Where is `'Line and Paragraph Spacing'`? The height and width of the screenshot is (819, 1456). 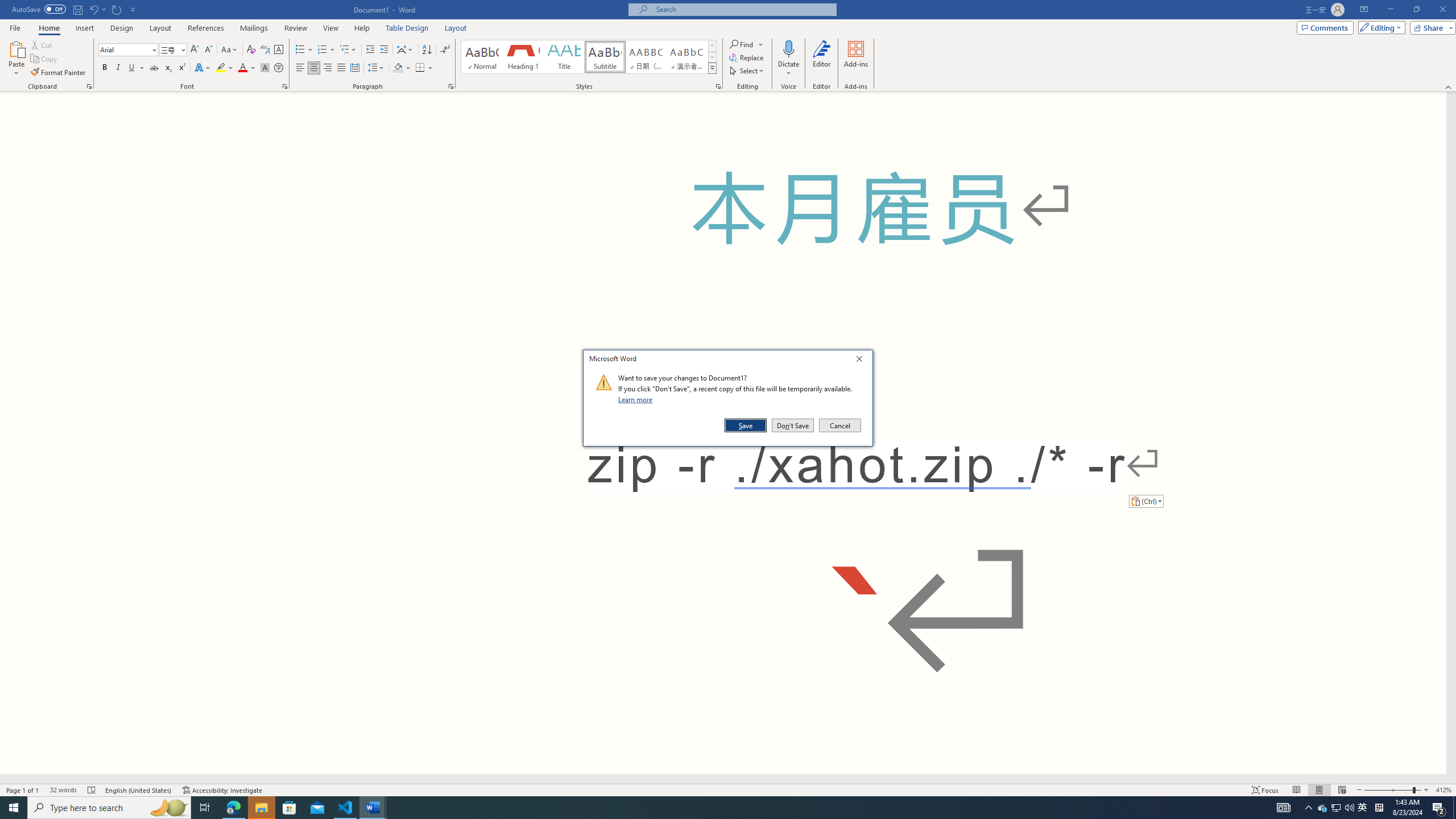
'Line and Paragraph Spacing' is located at coordinates (377, 67).